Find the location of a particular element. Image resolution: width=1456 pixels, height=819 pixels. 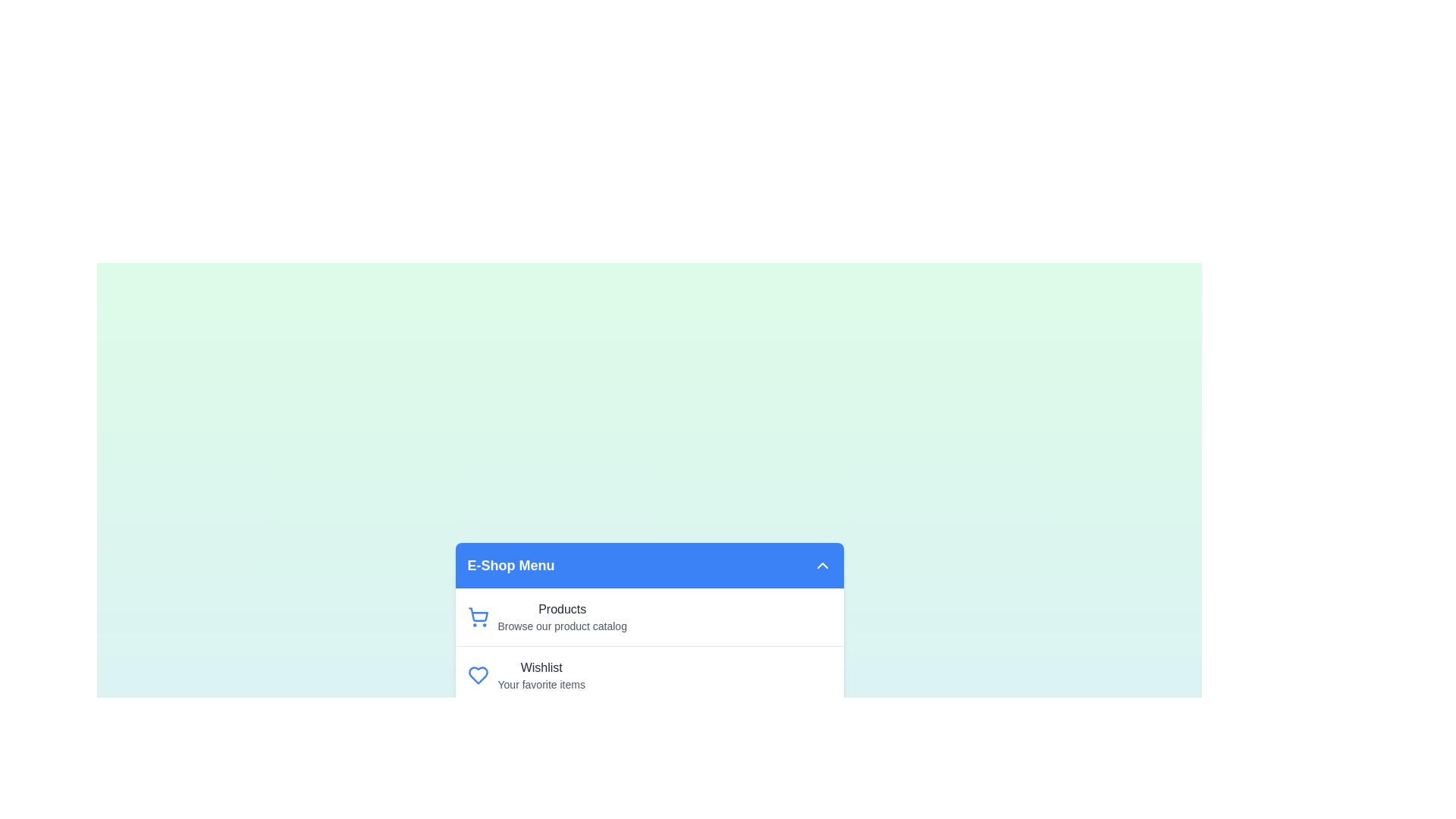

the menu item Wishlist from the EcommerceFeatureMenu is located at coordinates (541, 667).